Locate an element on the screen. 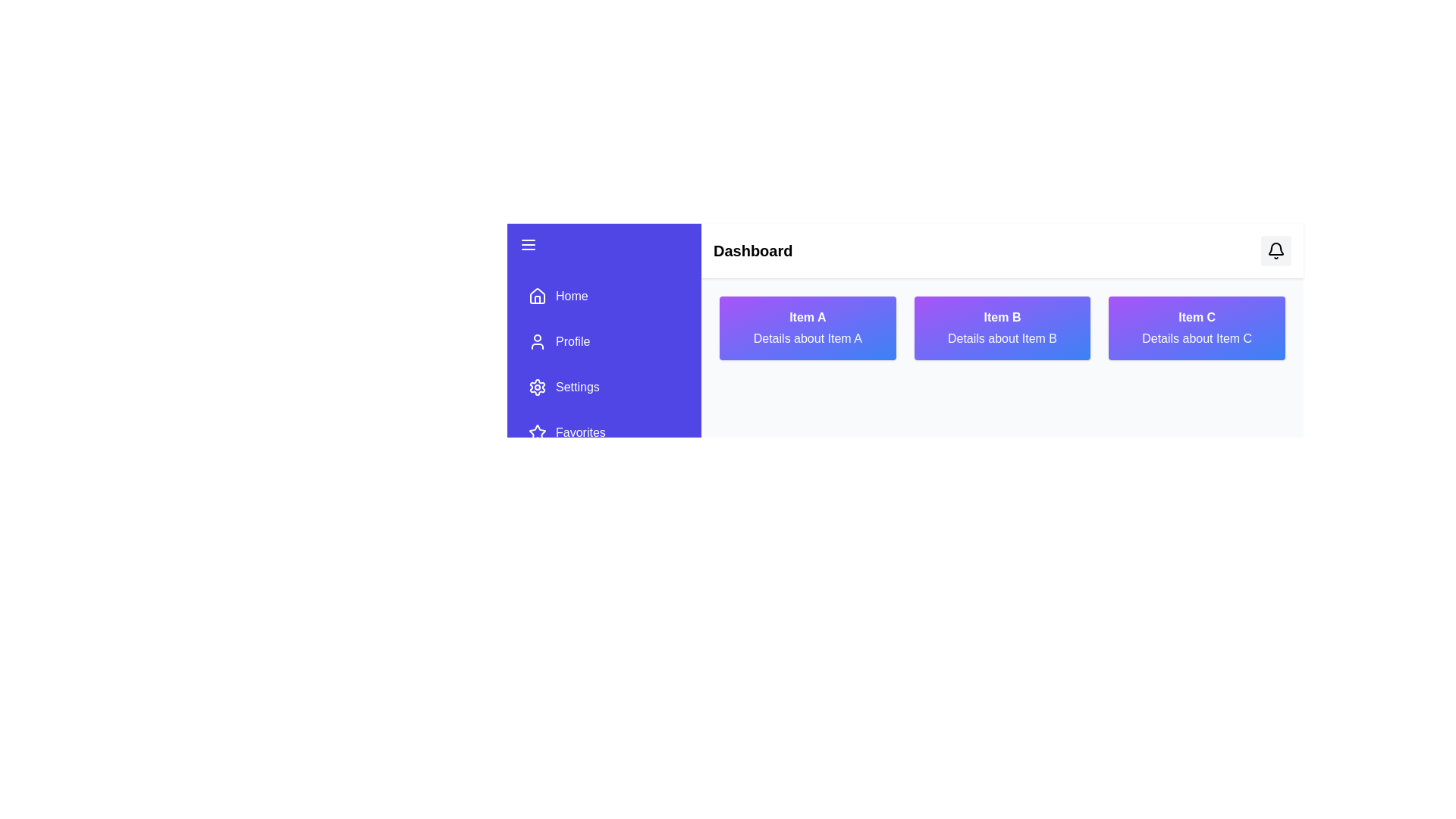 This screenshot has height=819, width=1456. the notification button located at the top-right corner of the header area, positioned after the 'Dashboard' text is located at coordinates (1276, 250).